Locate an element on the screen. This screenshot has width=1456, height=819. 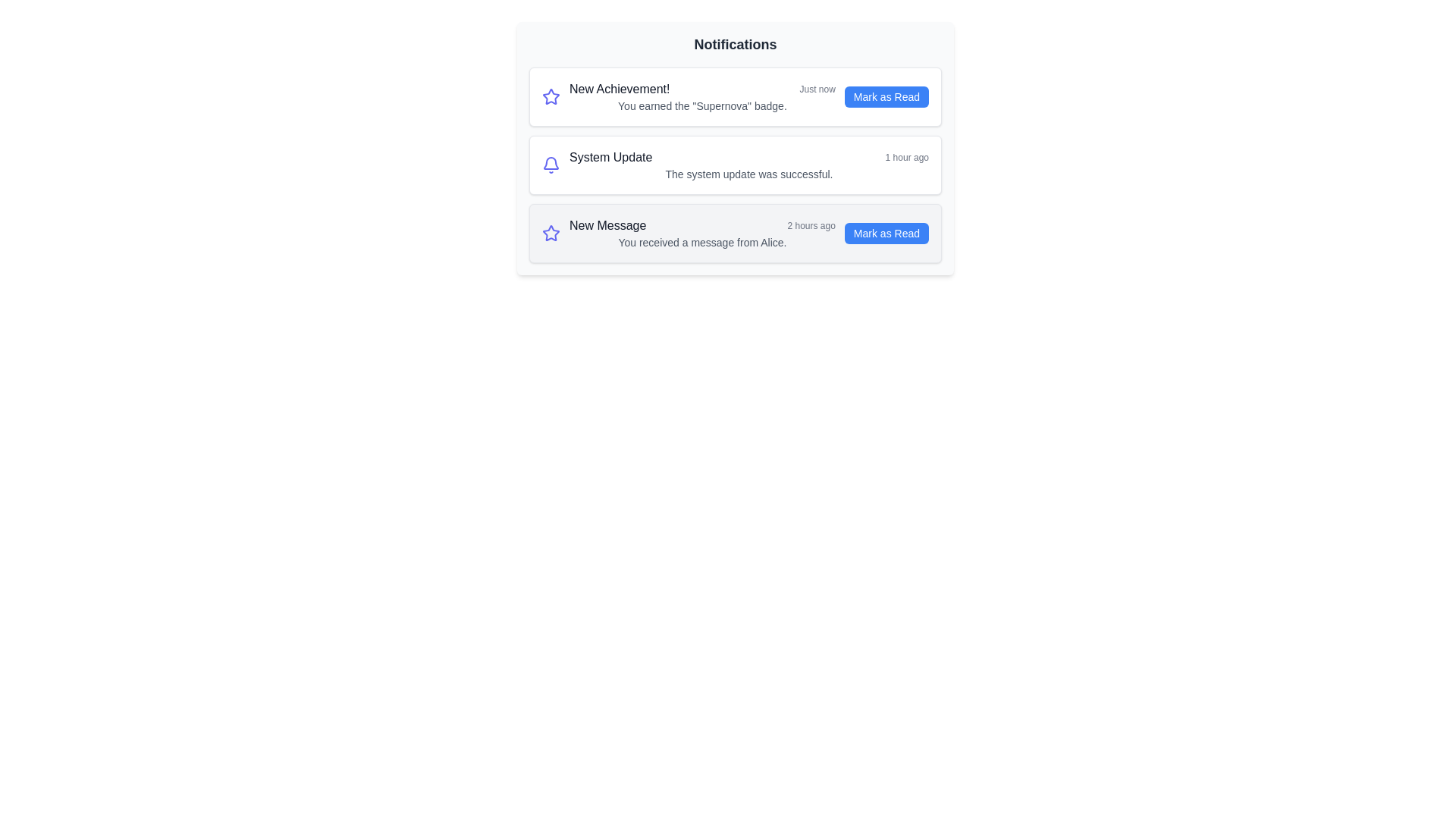
the button on the far-right side of the 'New Achievement!' notification to mark it as read is located at coordinates (886, 96).